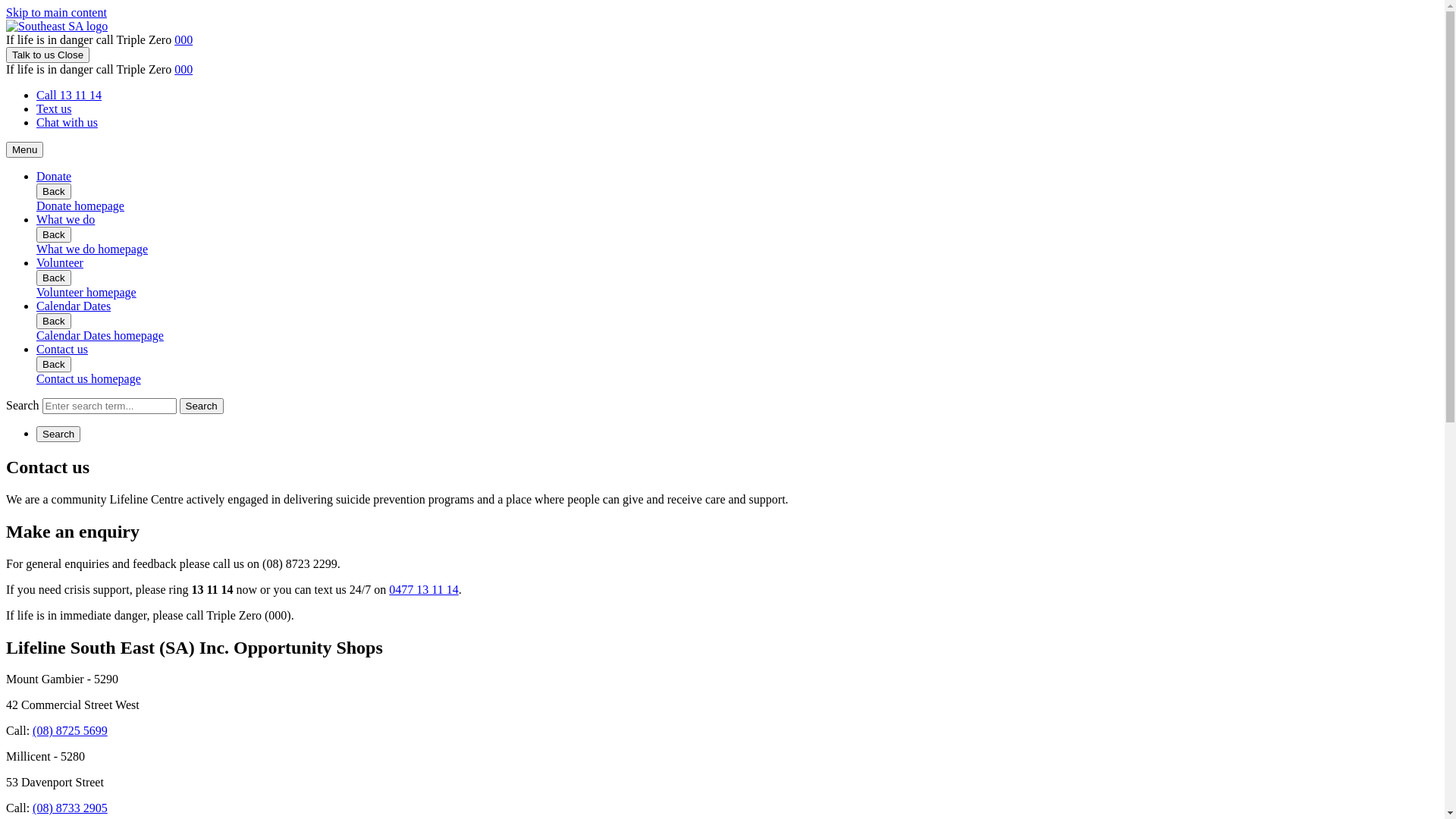 Image resolution: width=1456 pixels, height=819 pixels. I want to click on '0477 13 11 14', so click(423, 588).